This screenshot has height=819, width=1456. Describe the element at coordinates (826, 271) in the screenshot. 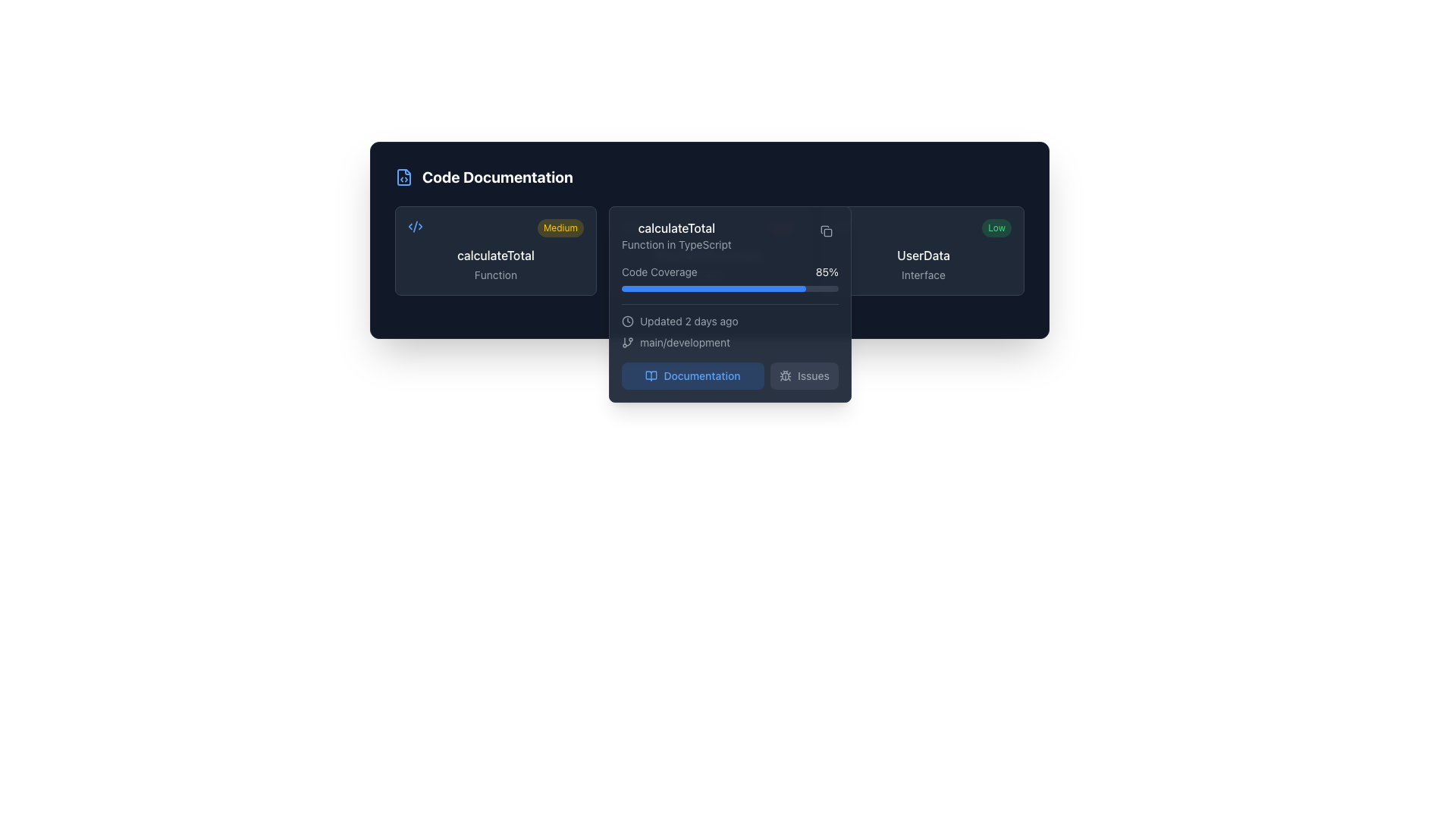

I see `the static text label displaying '85%'` at that location.